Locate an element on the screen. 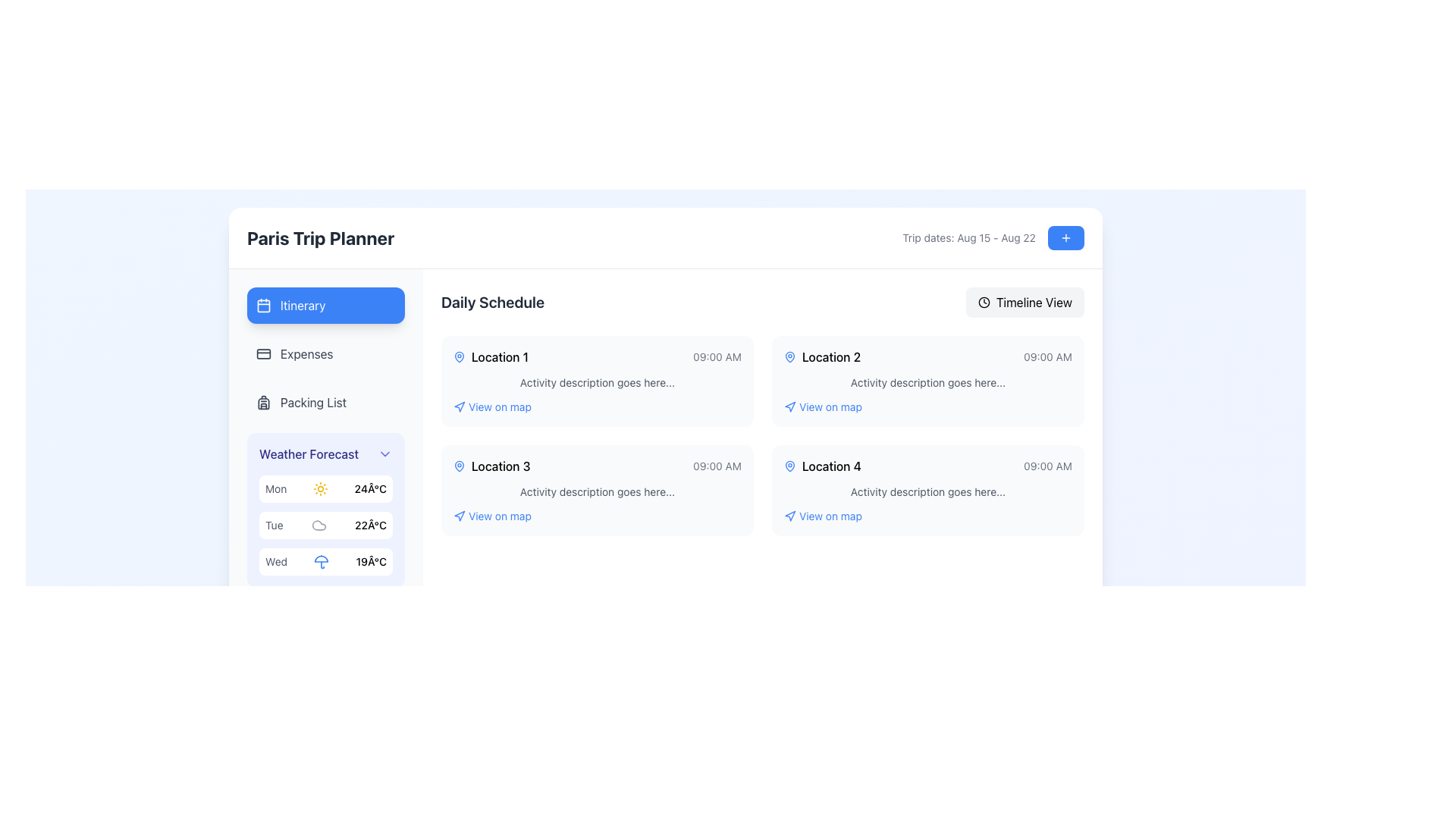 The width and height of the screenshot is (1456, 819). the decorative or indicative icon located in the left sidebar, above the weather forecast section is located at coordinates (318, 525).